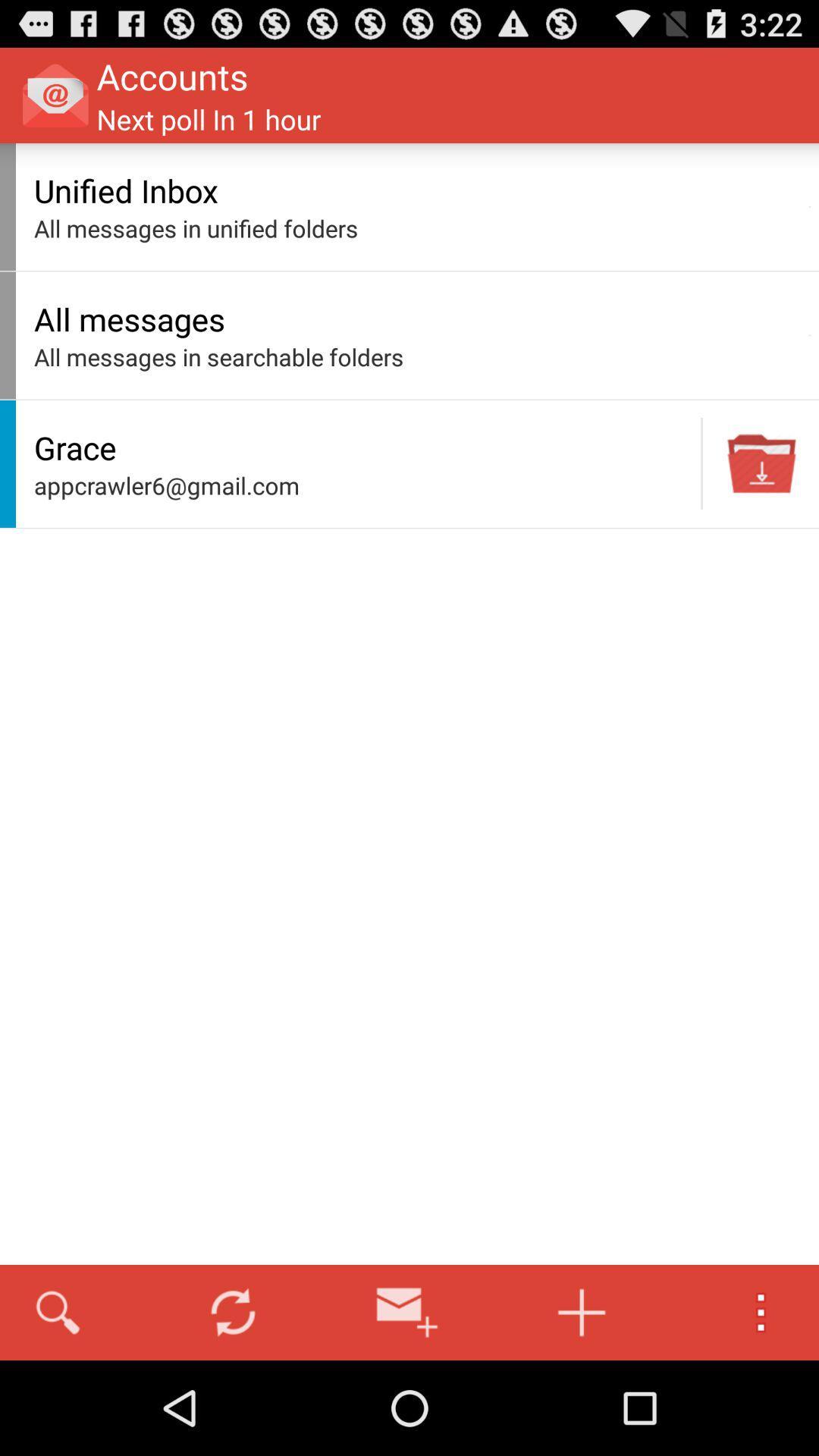 This screenshot has height=1456, width=819. What do you see at coordinates (363, 485) in the screenshot?
I see `the appcrawler6@gmail.com` at bounding box center [363, 485].